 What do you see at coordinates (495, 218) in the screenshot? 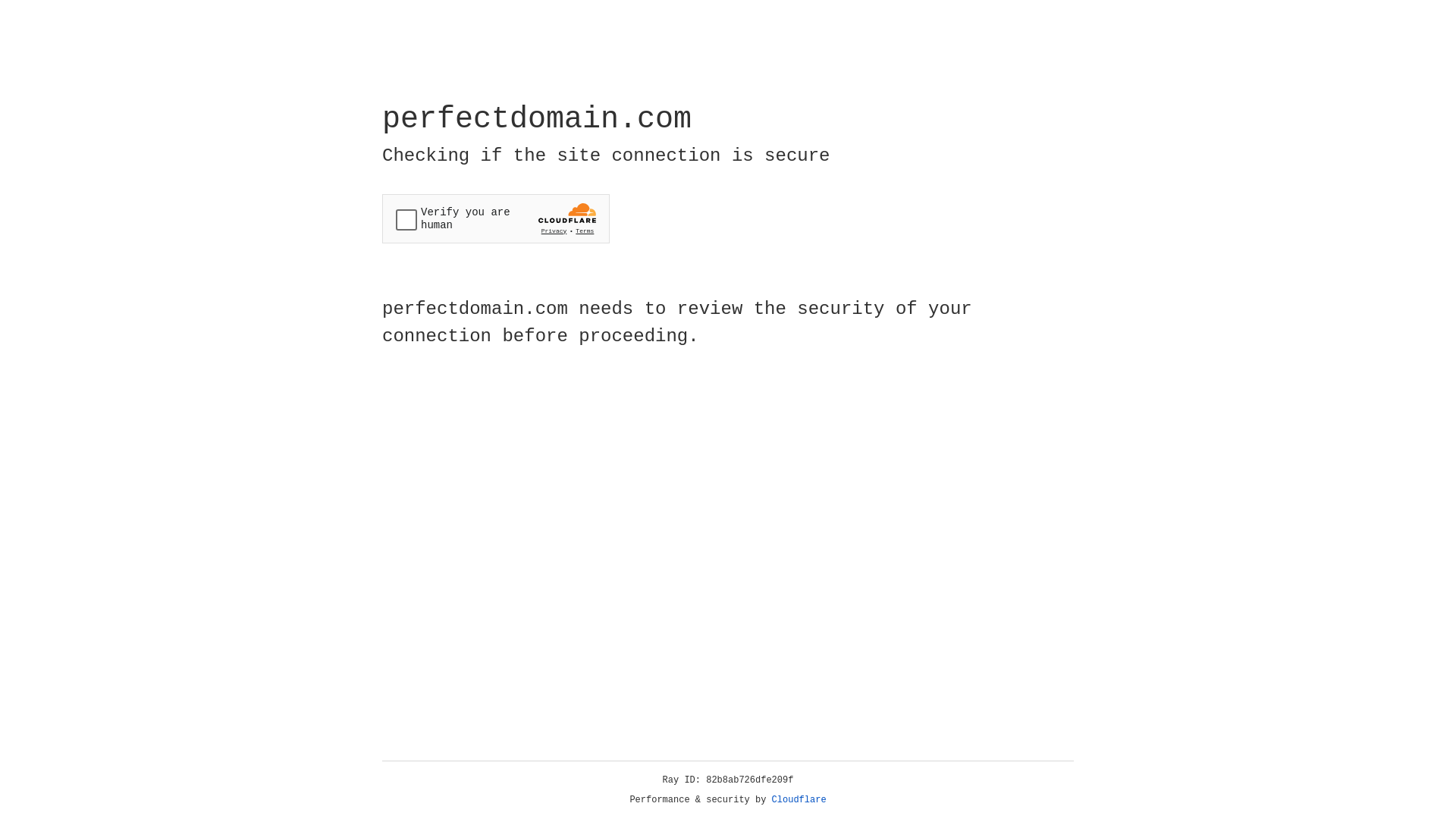
I see `'Widget containing a Cloudflare security challenge'` at bounding box center [495, 218].